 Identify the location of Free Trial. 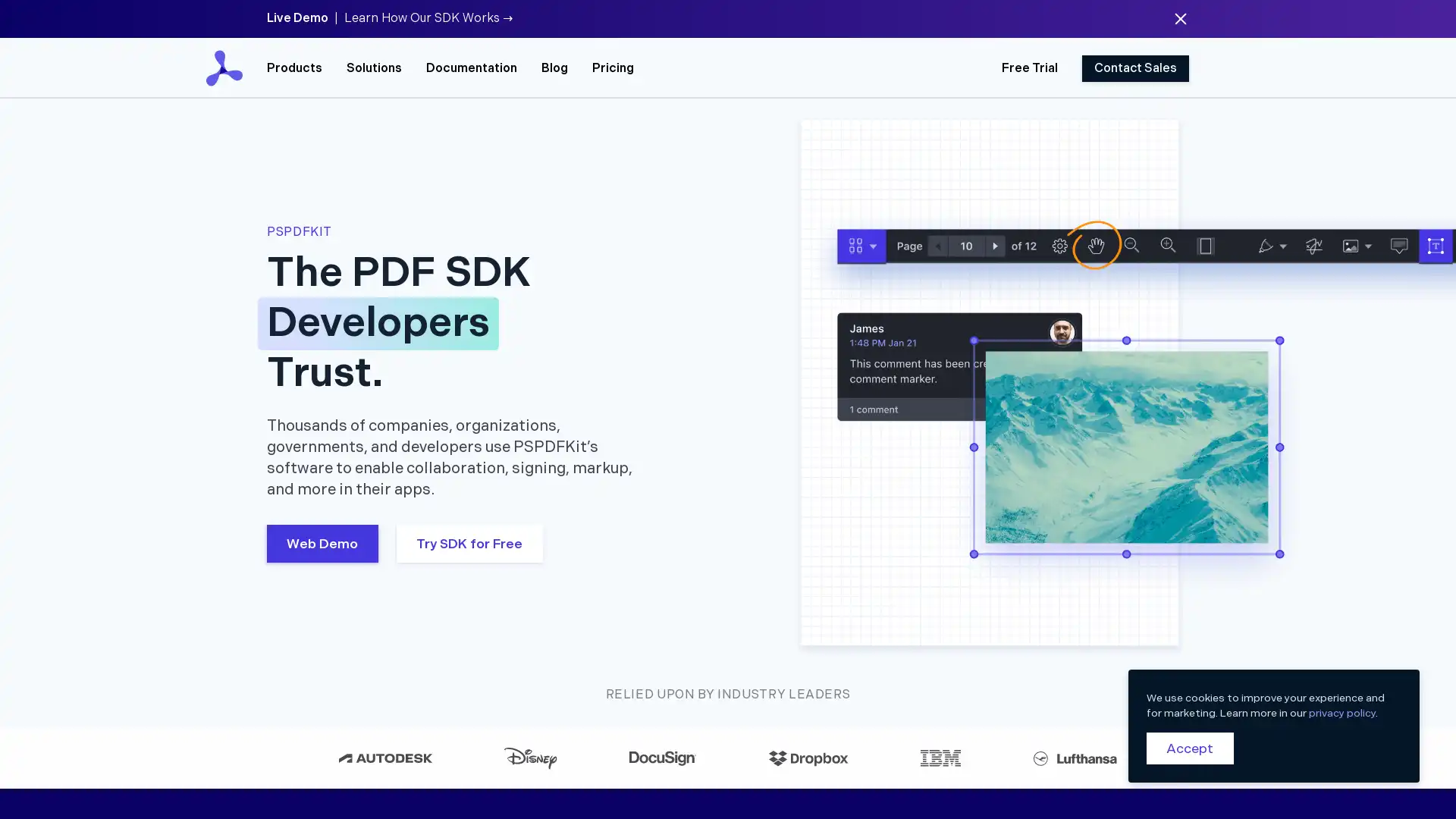
(1030, 67).